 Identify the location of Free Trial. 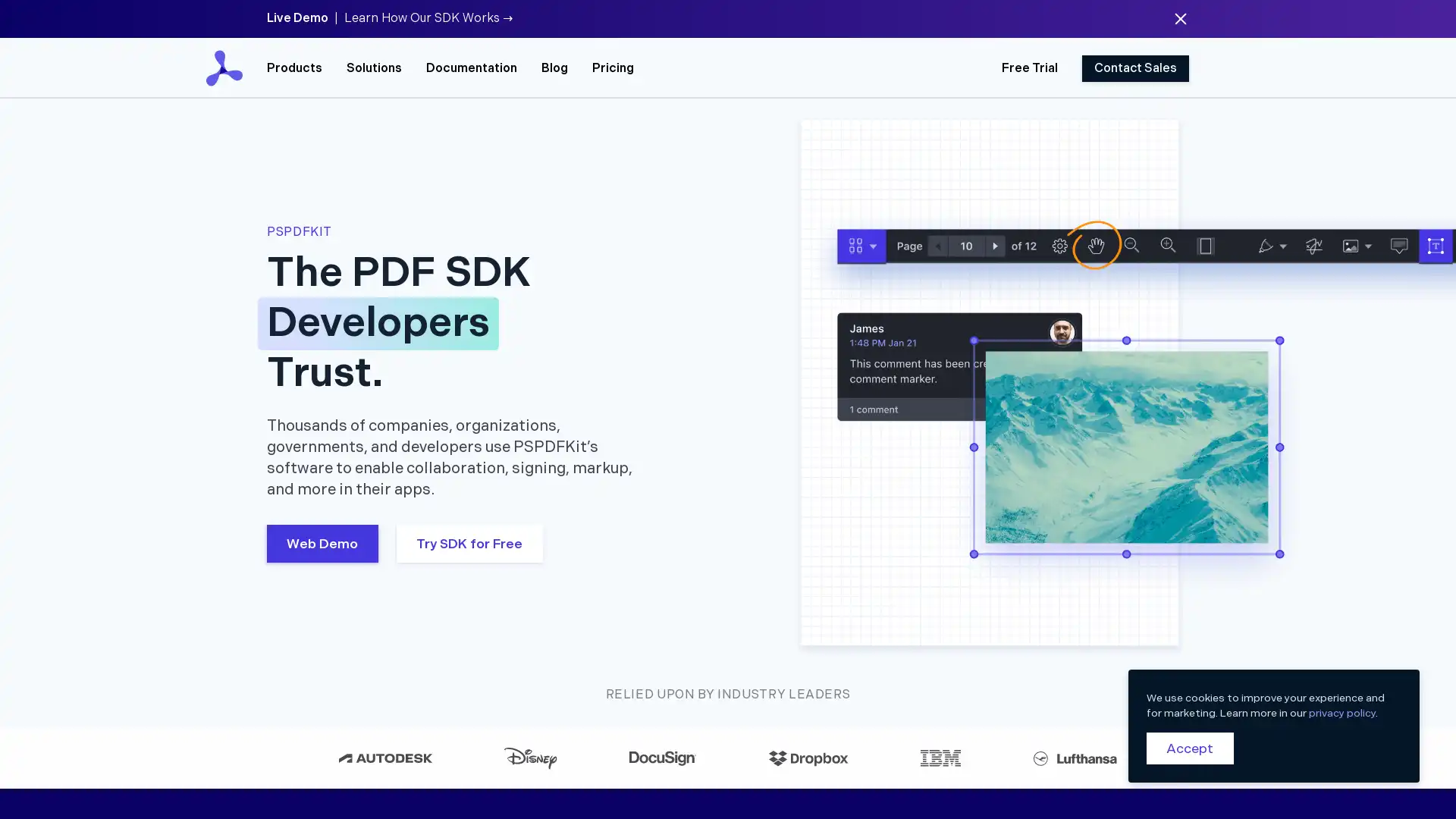
(1030, 67).